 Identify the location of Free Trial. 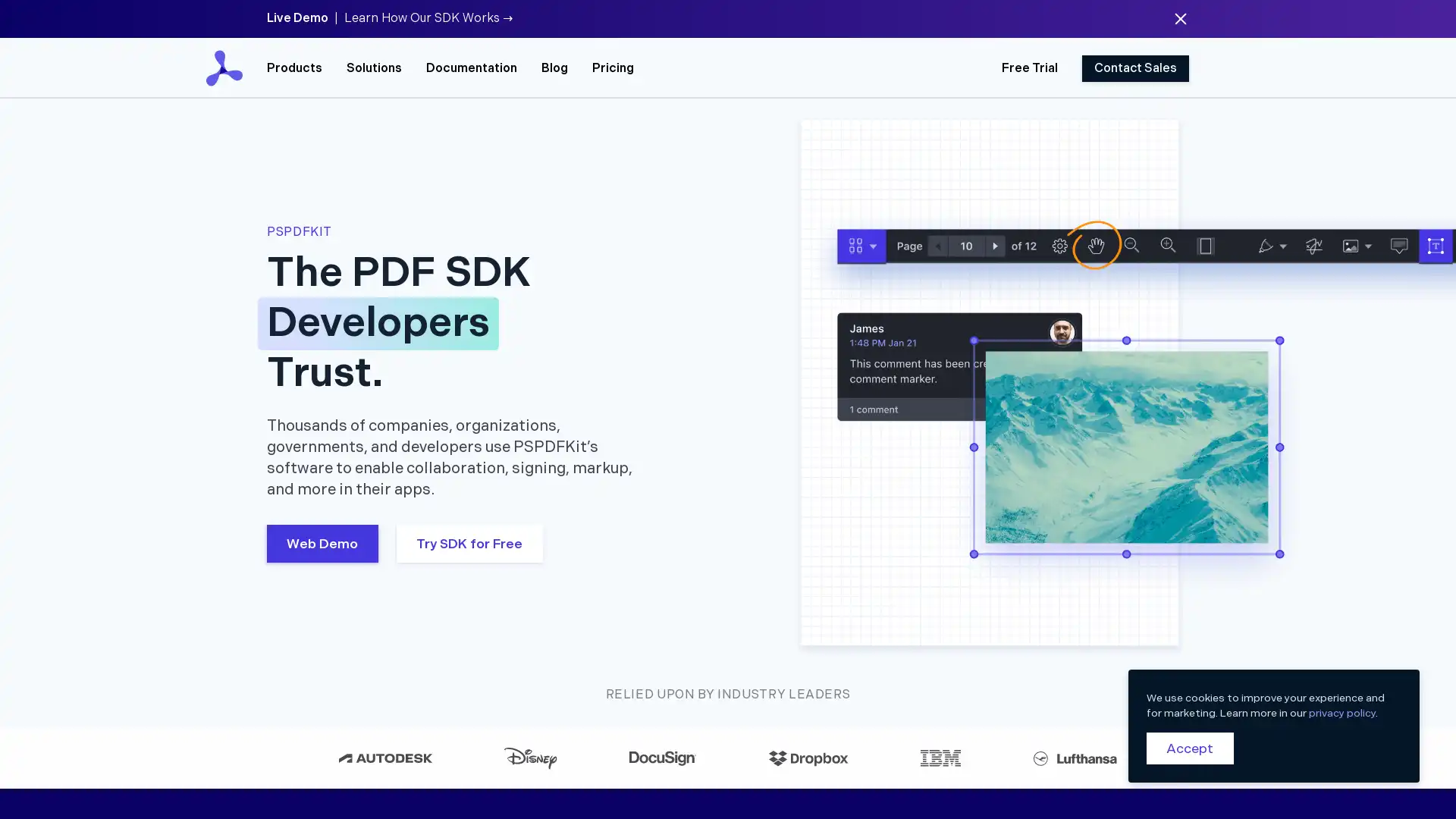
(1030, 67).